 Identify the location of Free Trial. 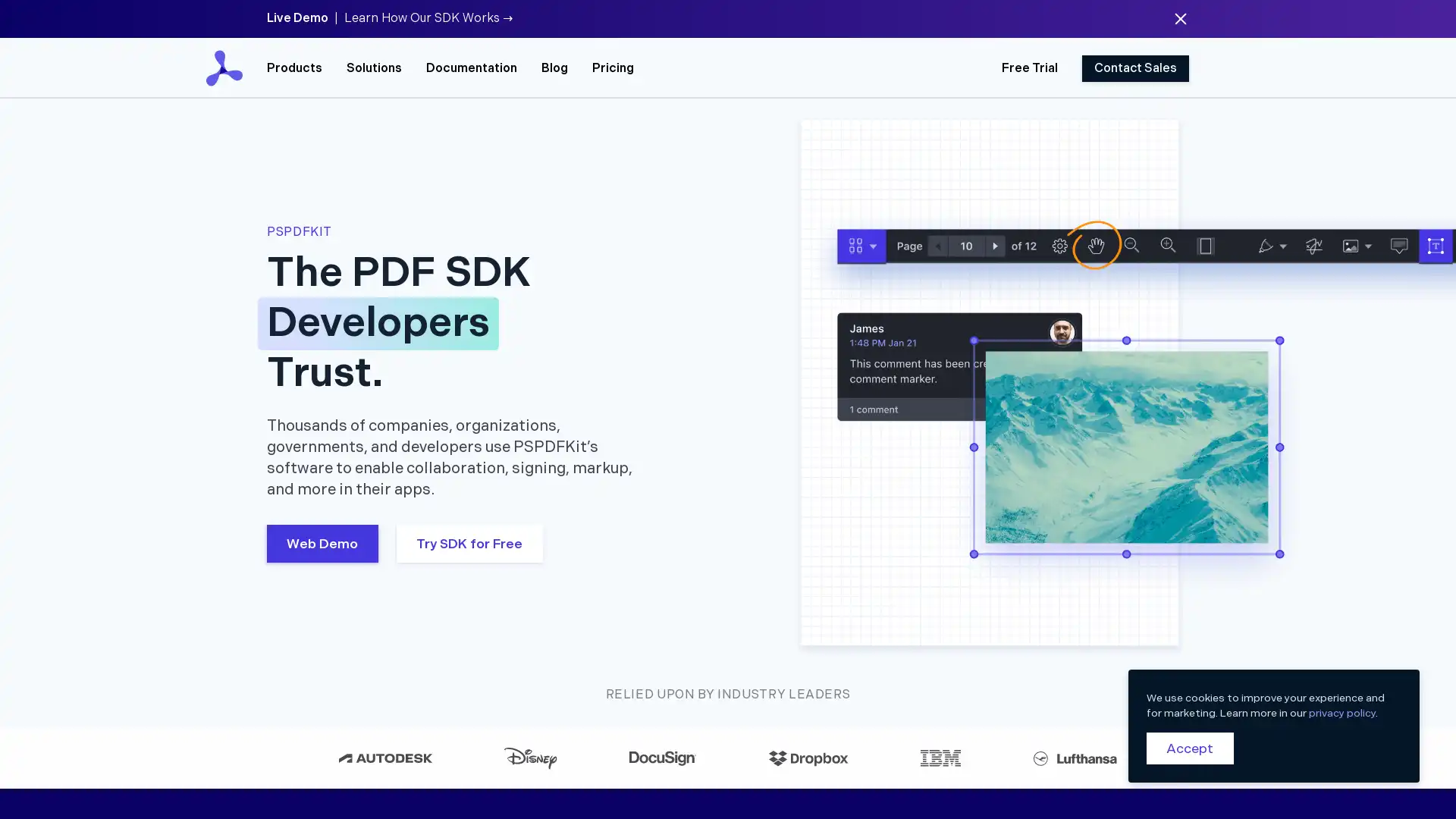
(1030, 67).